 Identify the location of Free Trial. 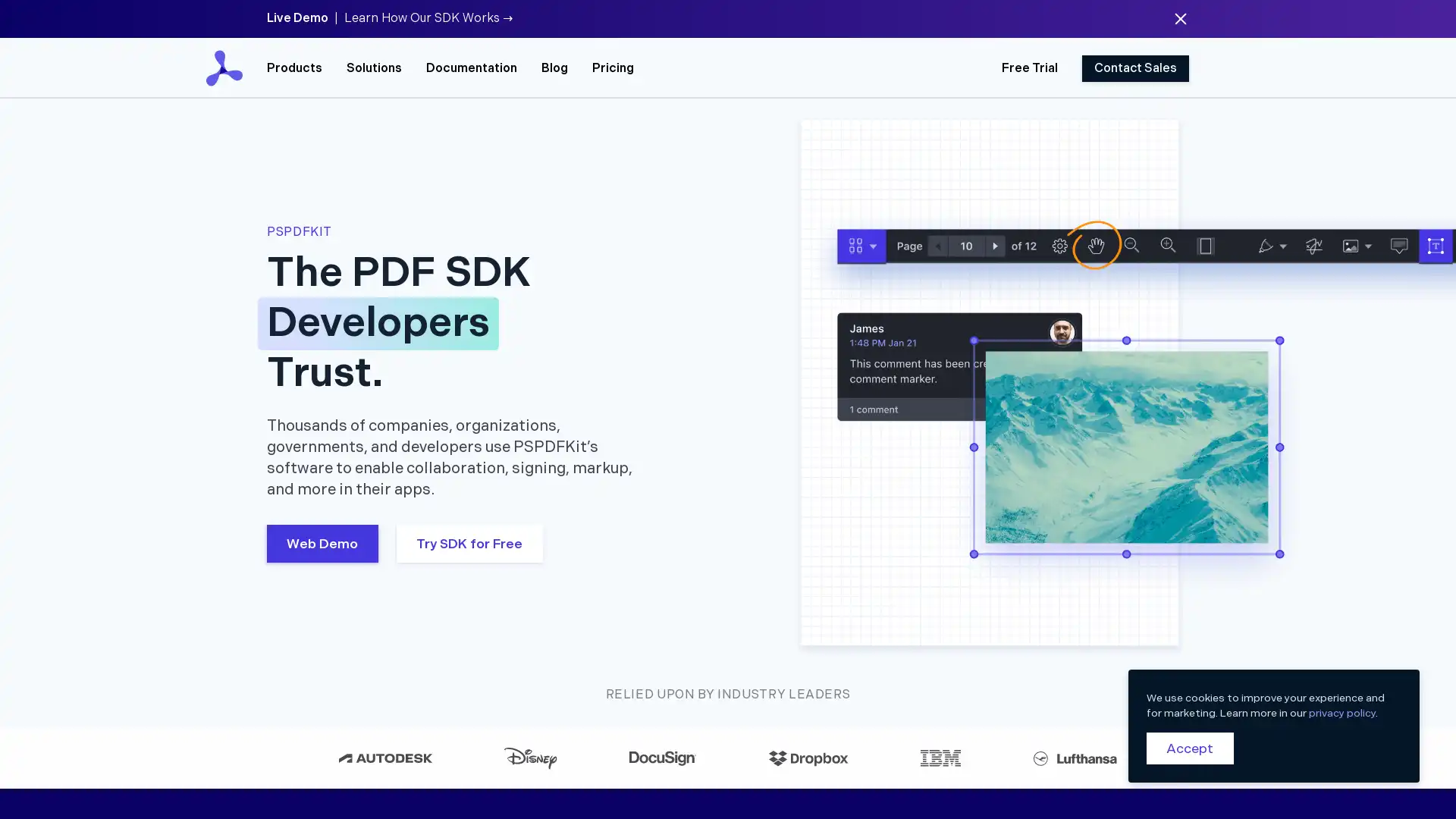
(1030, 67).